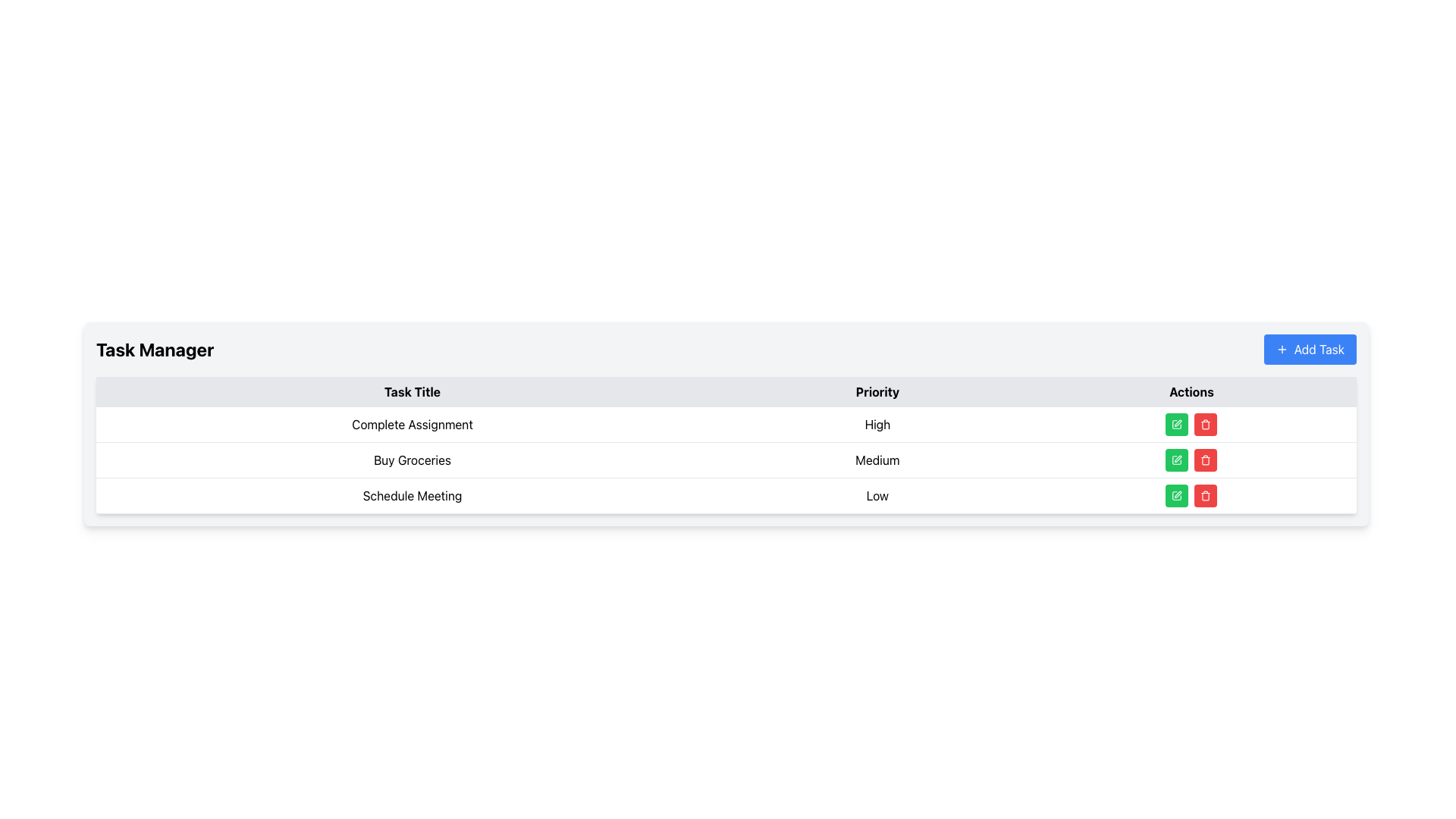 This screenshot has width=1456, height=819. Describe the element at coordinates (1204, 459) in the screenshot. I see `the red trash bin icon button located in the 'Actions' column of the task manager` at that location.